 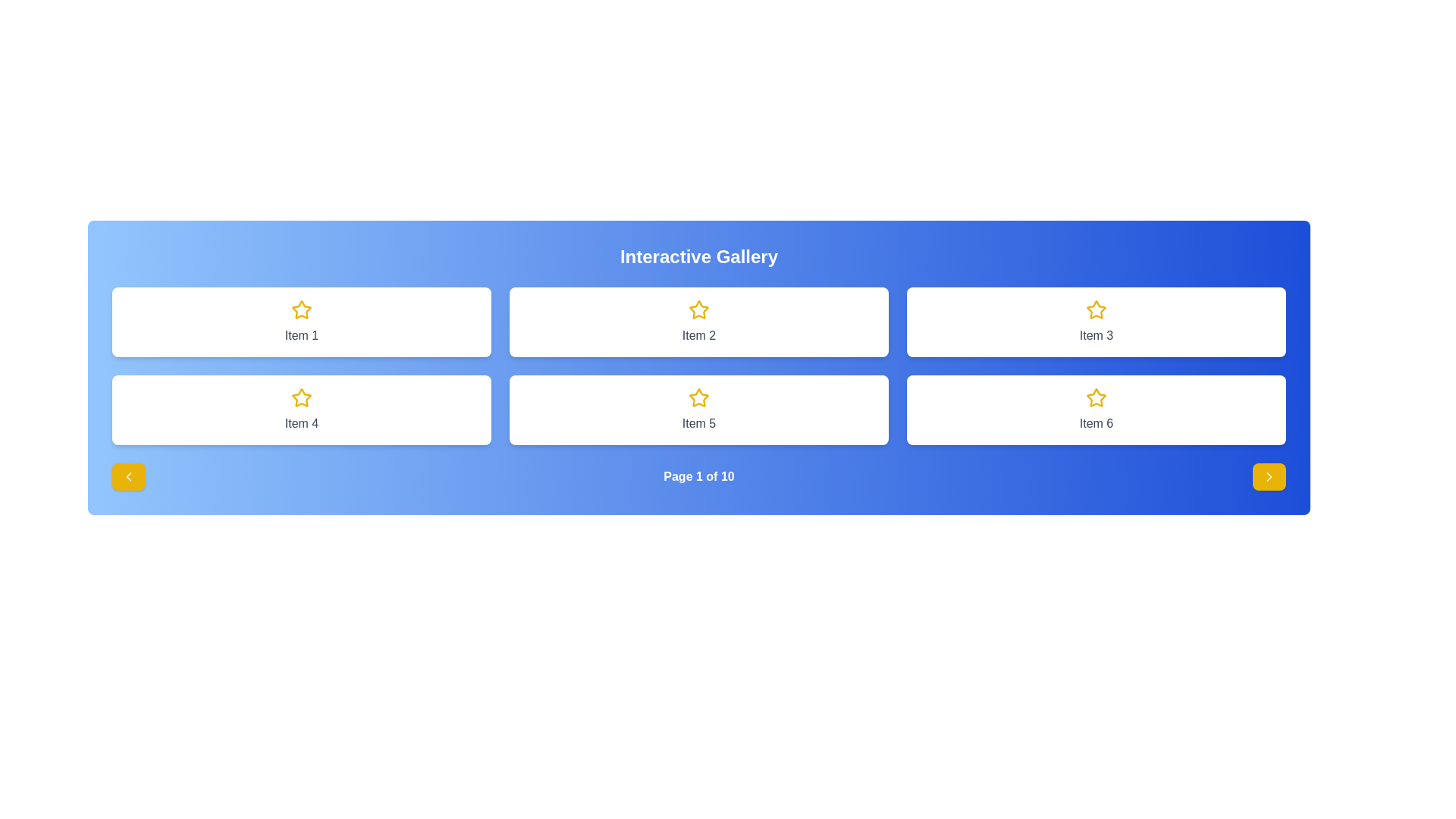 I want to click on to select the Card with icon and text located in the first column of the upper row of the grid layout, so click(x=302, y=321).